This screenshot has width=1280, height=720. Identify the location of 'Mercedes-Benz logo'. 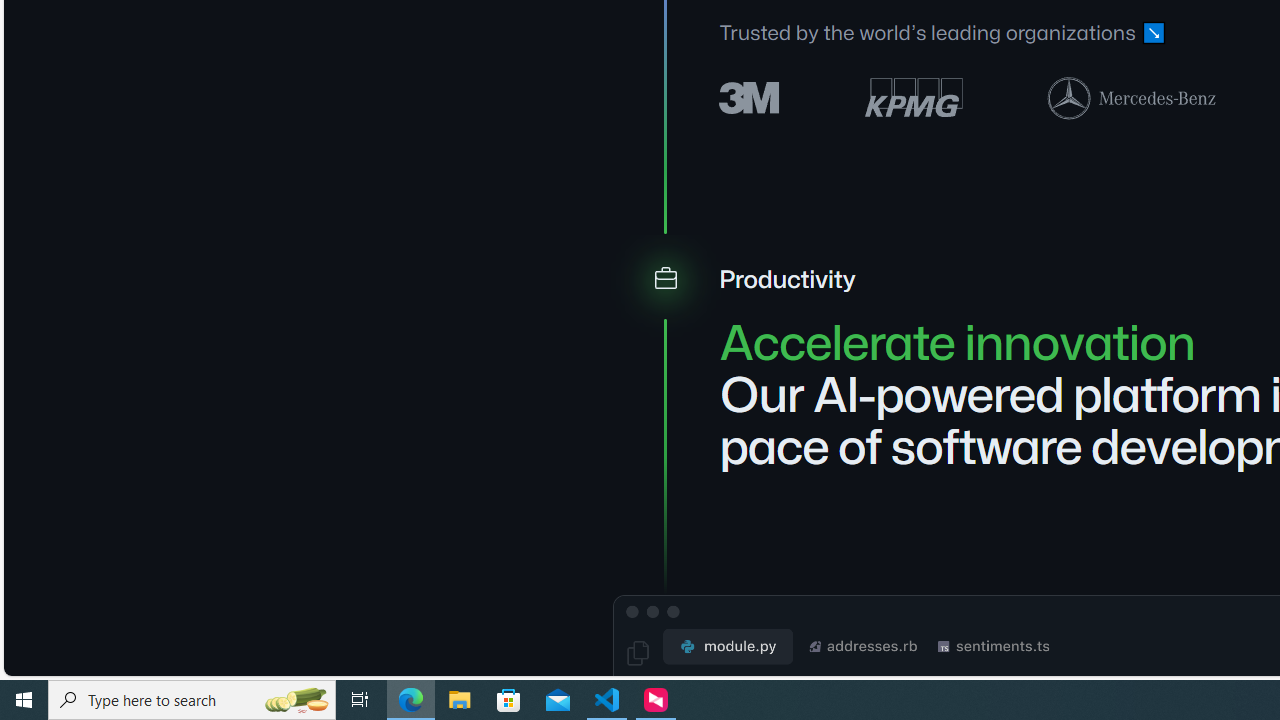
(1132, 97).